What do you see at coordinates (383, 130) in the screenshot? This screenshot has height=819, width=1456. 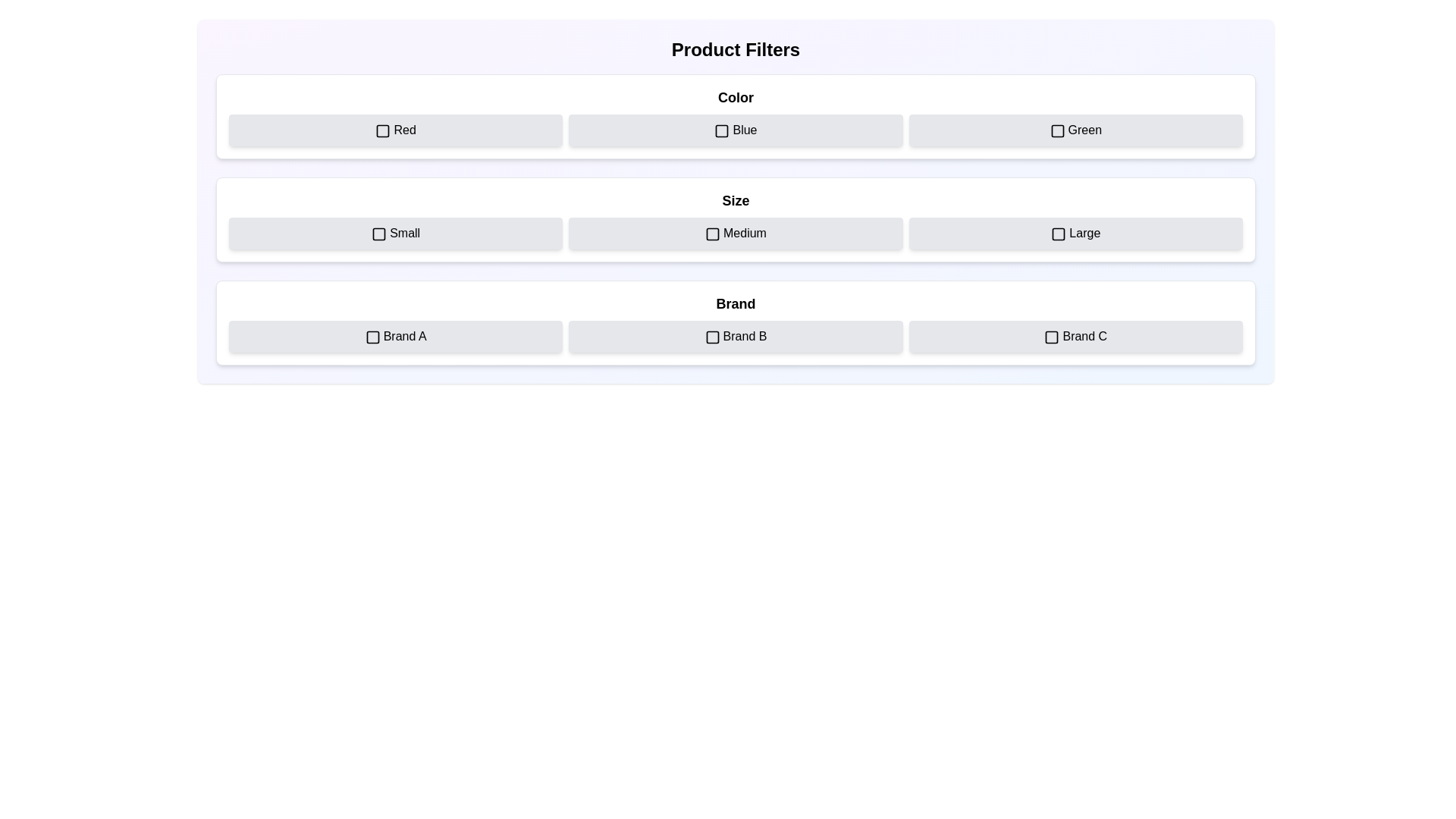 I see `the checkbox` at bounding box center [383, 130].